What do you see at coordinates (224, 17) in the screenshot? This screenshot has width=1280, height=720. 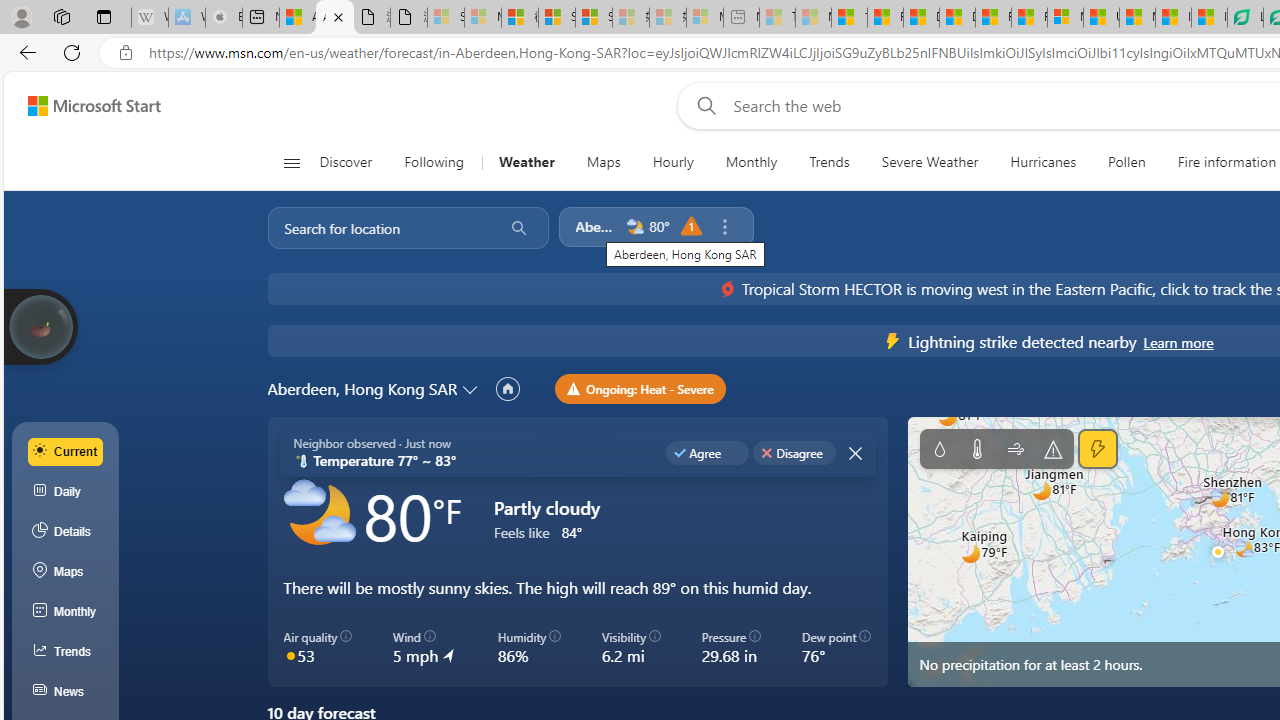 I see `'Buy iPad - Apple - Sleeping'` at bounding box center [224, 17].